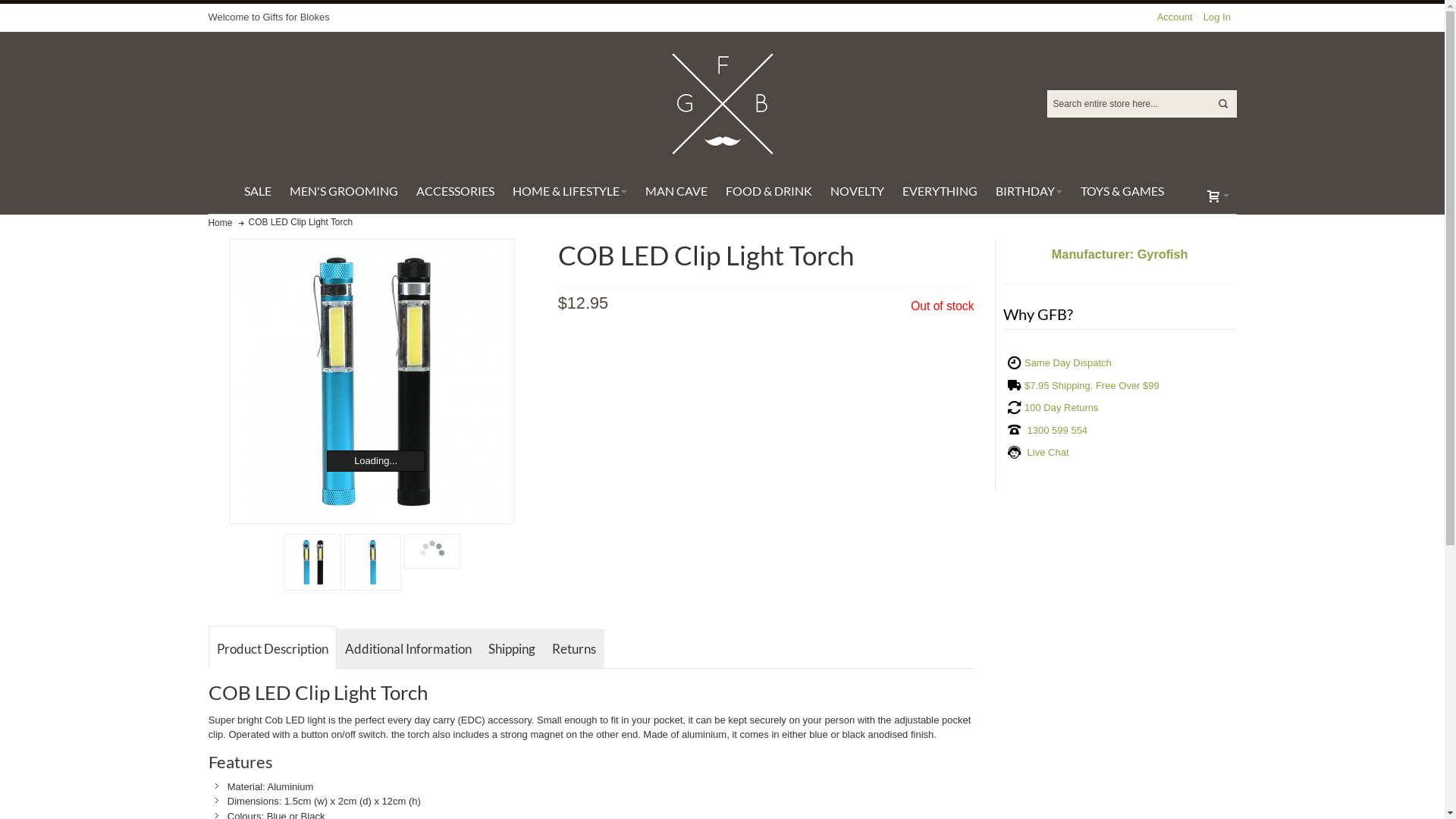  Describe the element at coordinates (512, 648) in the screenshot. I see `'Shipping'` at that location.